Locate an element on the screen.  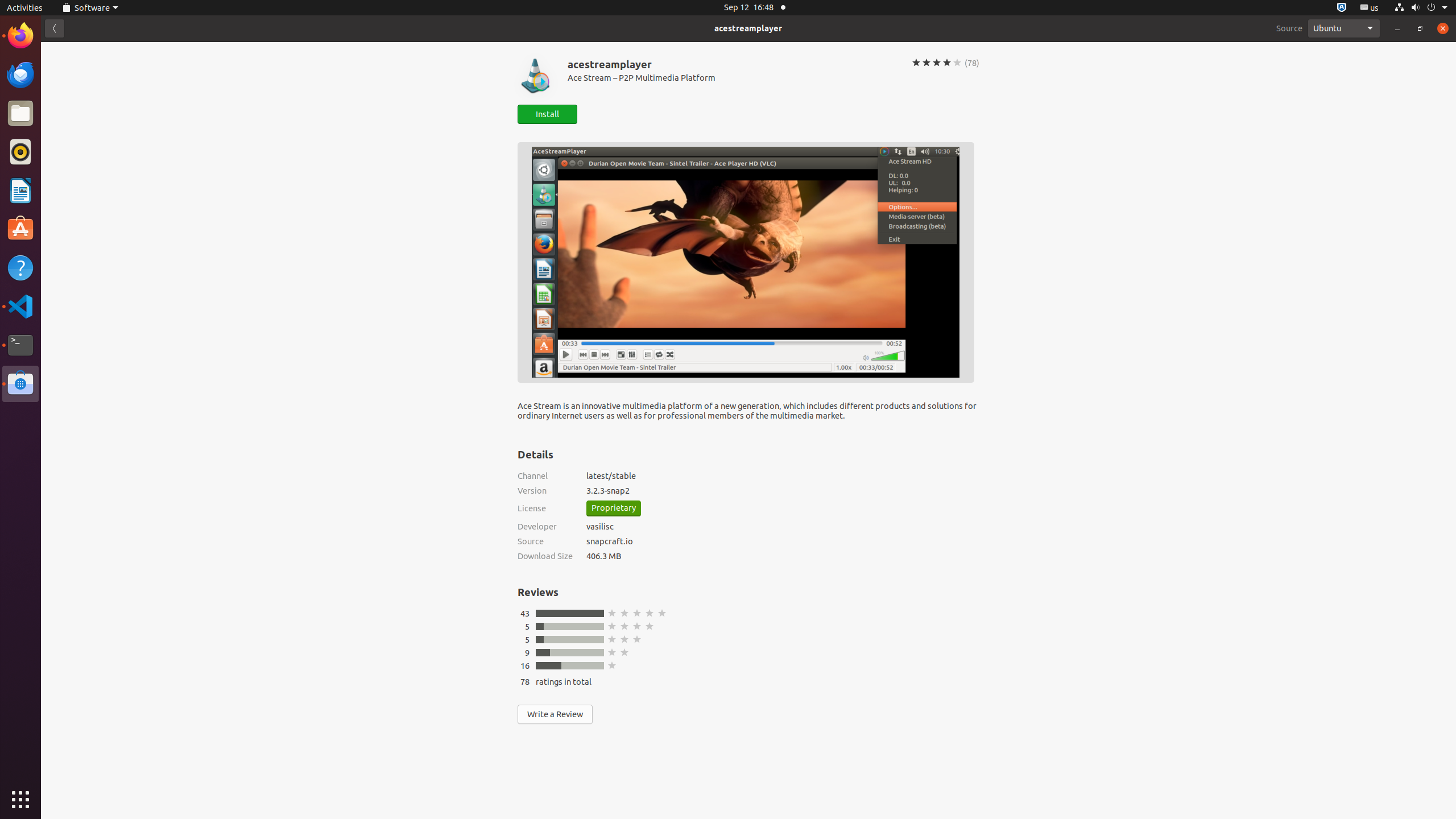
'acestreamplayer' is located at coordinates (747, 28).